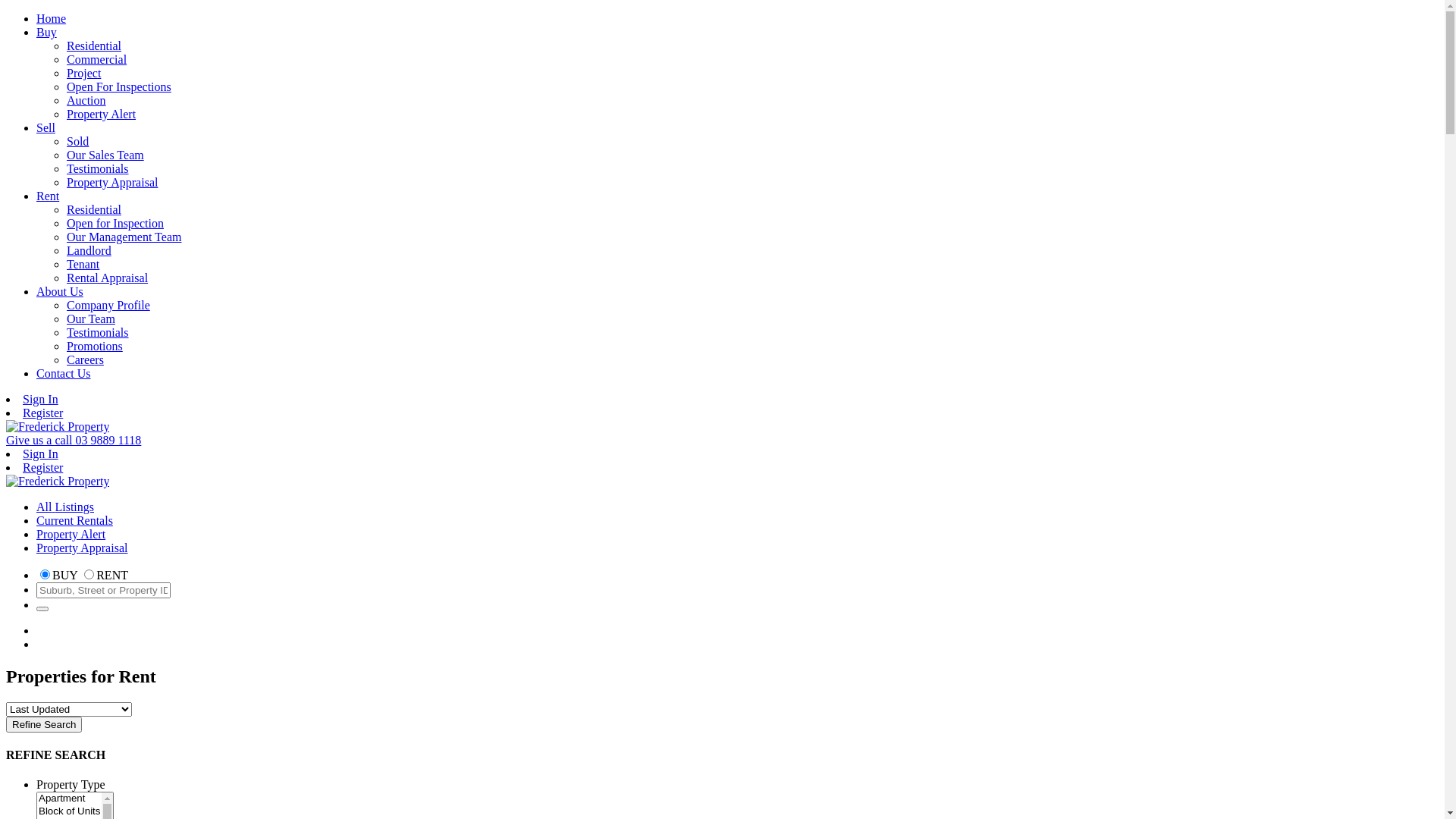 The image size is (1456, 819). I want to click on 'Rent', so click(36, 195).